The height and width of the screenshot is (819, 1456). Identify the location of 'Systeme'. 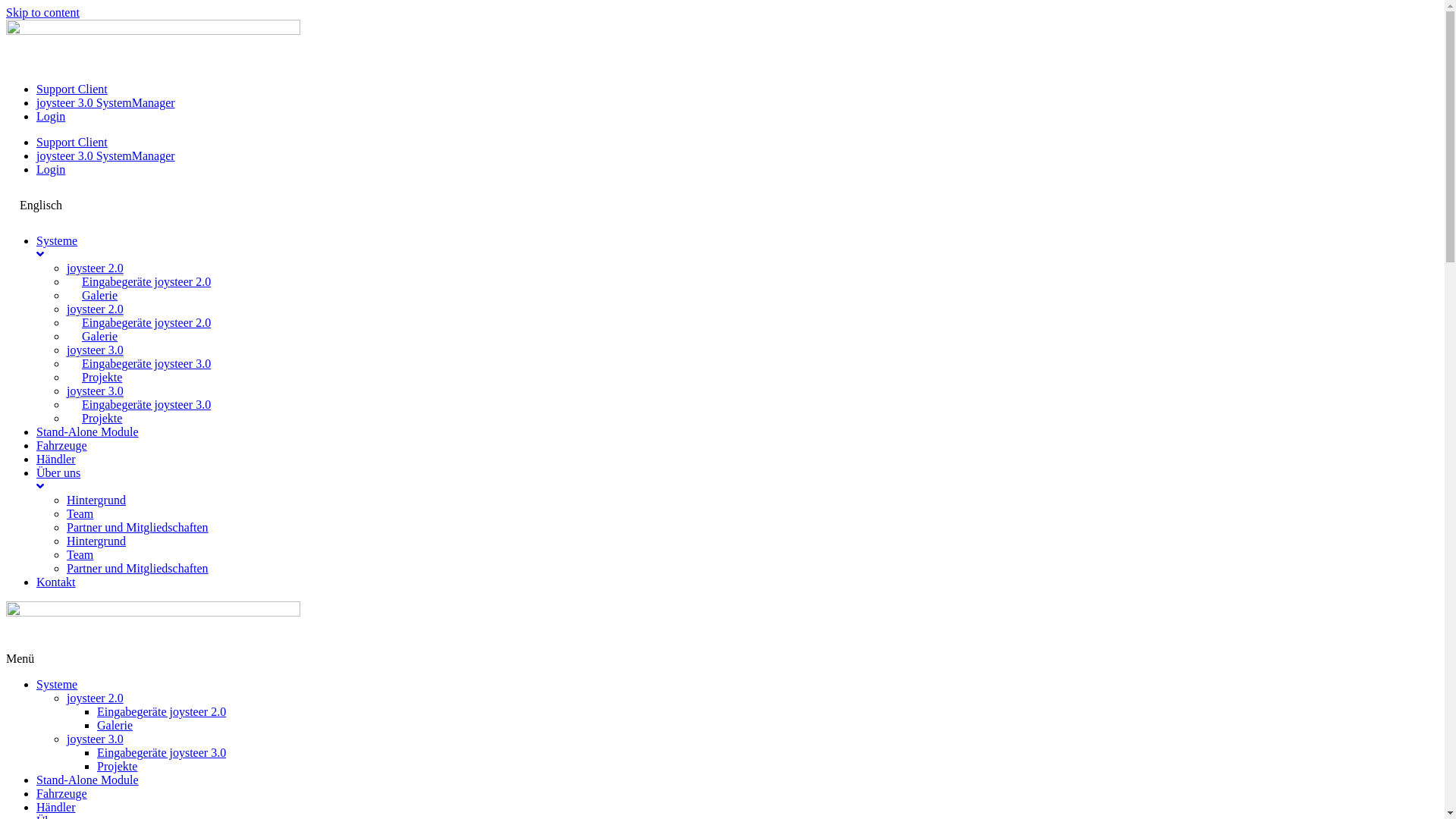
(36, 247).